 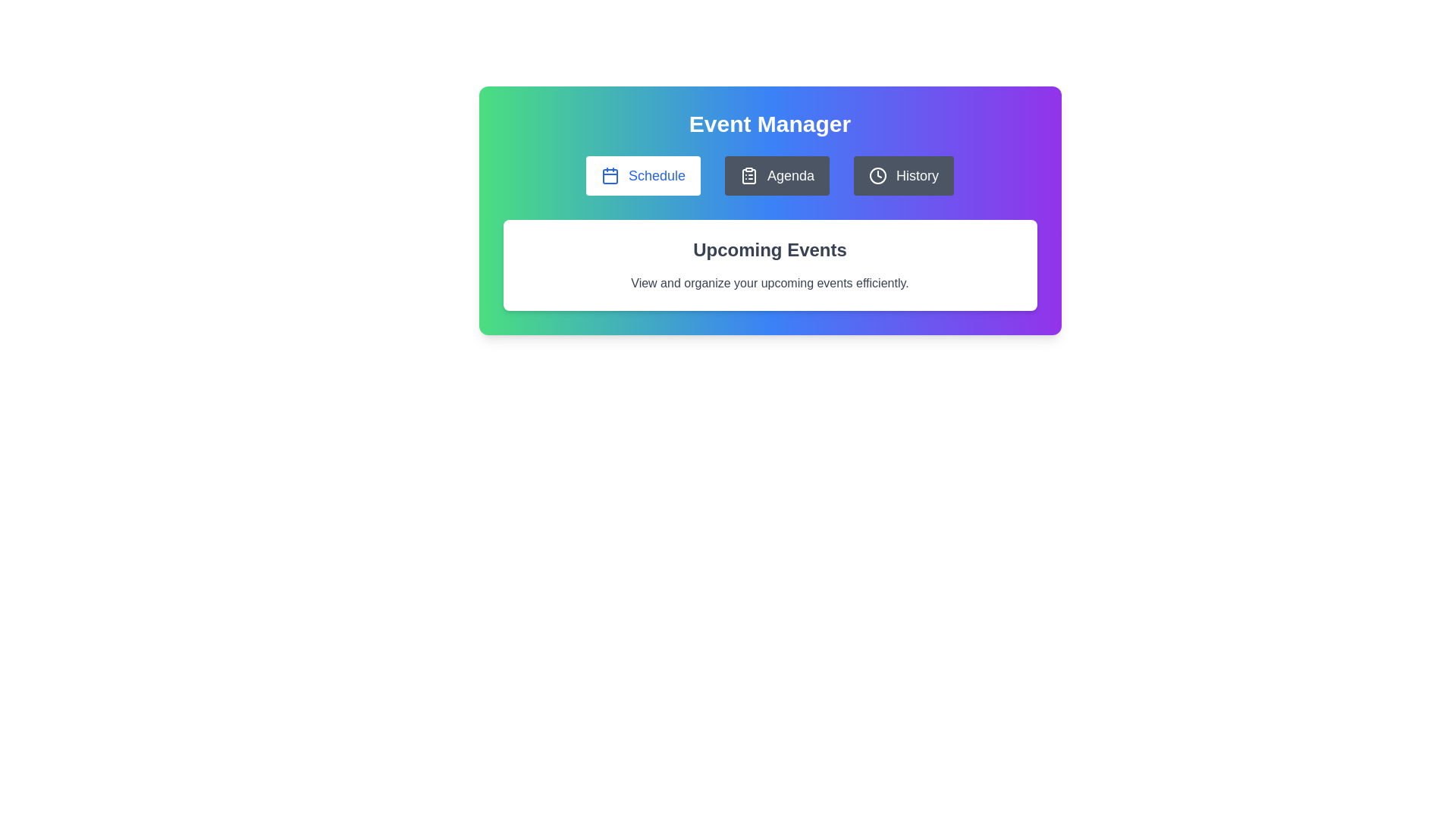 What do you see at coordinates (878, 174) in the screenshot?
I see `the 'History' button which contains a white clock icon on a gray background, located in the navigation bar under the 'Event Manager' header` at bounding box center [878, 174].